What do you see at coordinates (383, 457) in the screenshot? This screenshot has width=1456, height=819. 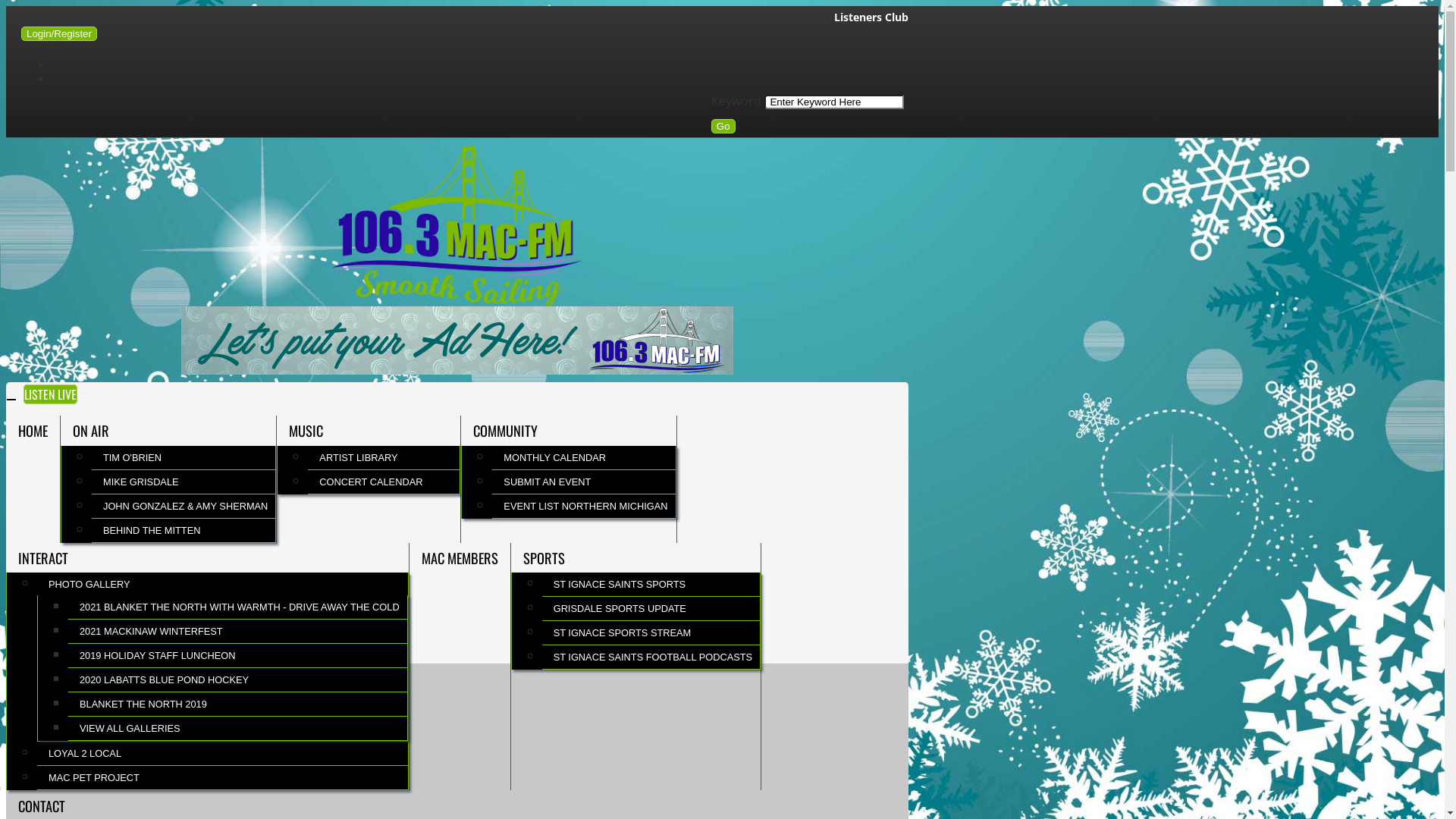 I see `'ARTIST LIBRARY'` at bounding box center [383, 457].